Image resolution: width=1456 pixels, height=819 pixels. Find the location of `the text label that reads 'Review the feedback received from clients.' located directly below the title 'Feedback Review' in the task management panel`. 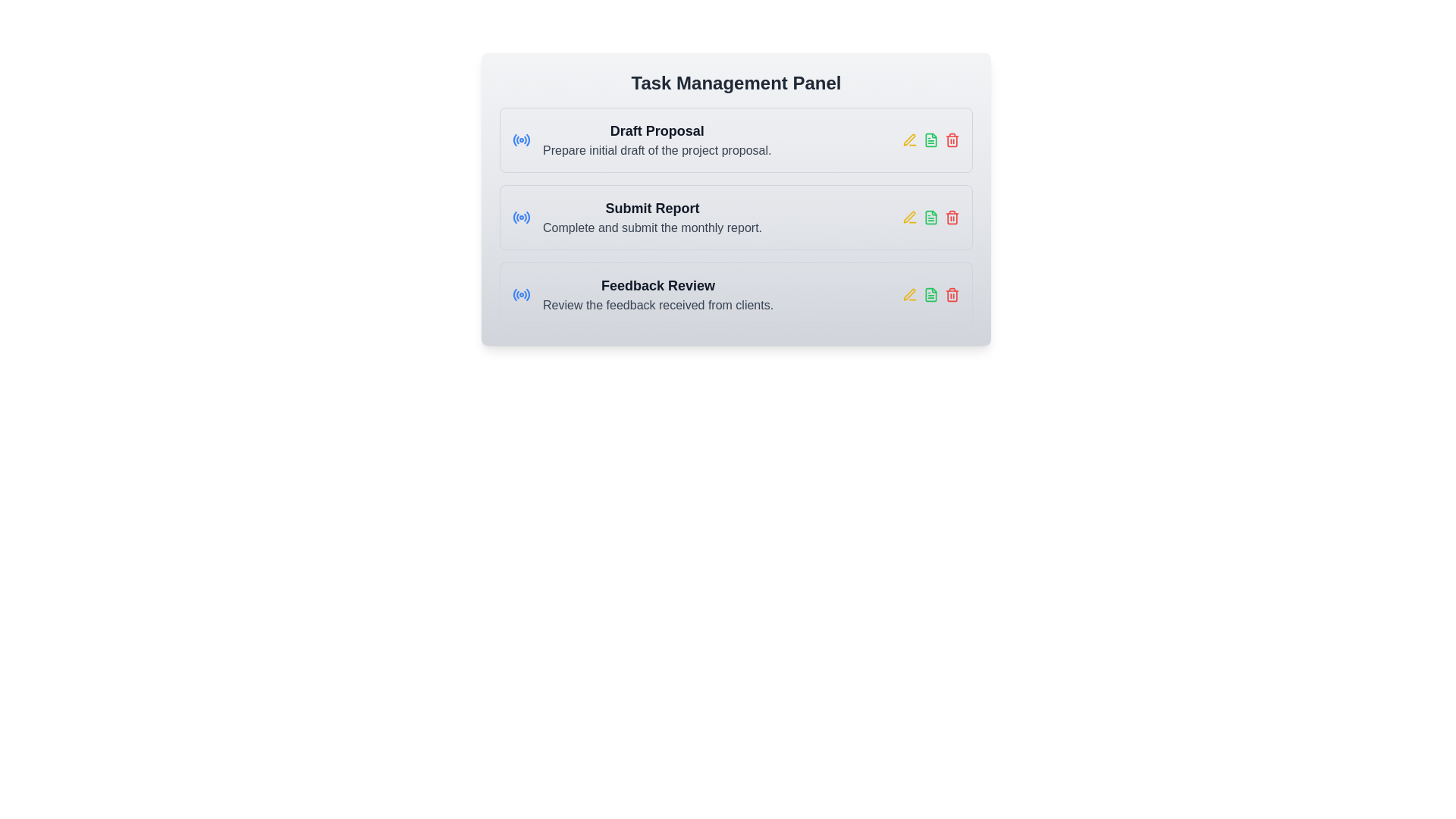

the text label that reads 'Review the feedback received from clients.' located directly below the title 'Feedback Review' in the task management panel is located at coordinates (658, 305).